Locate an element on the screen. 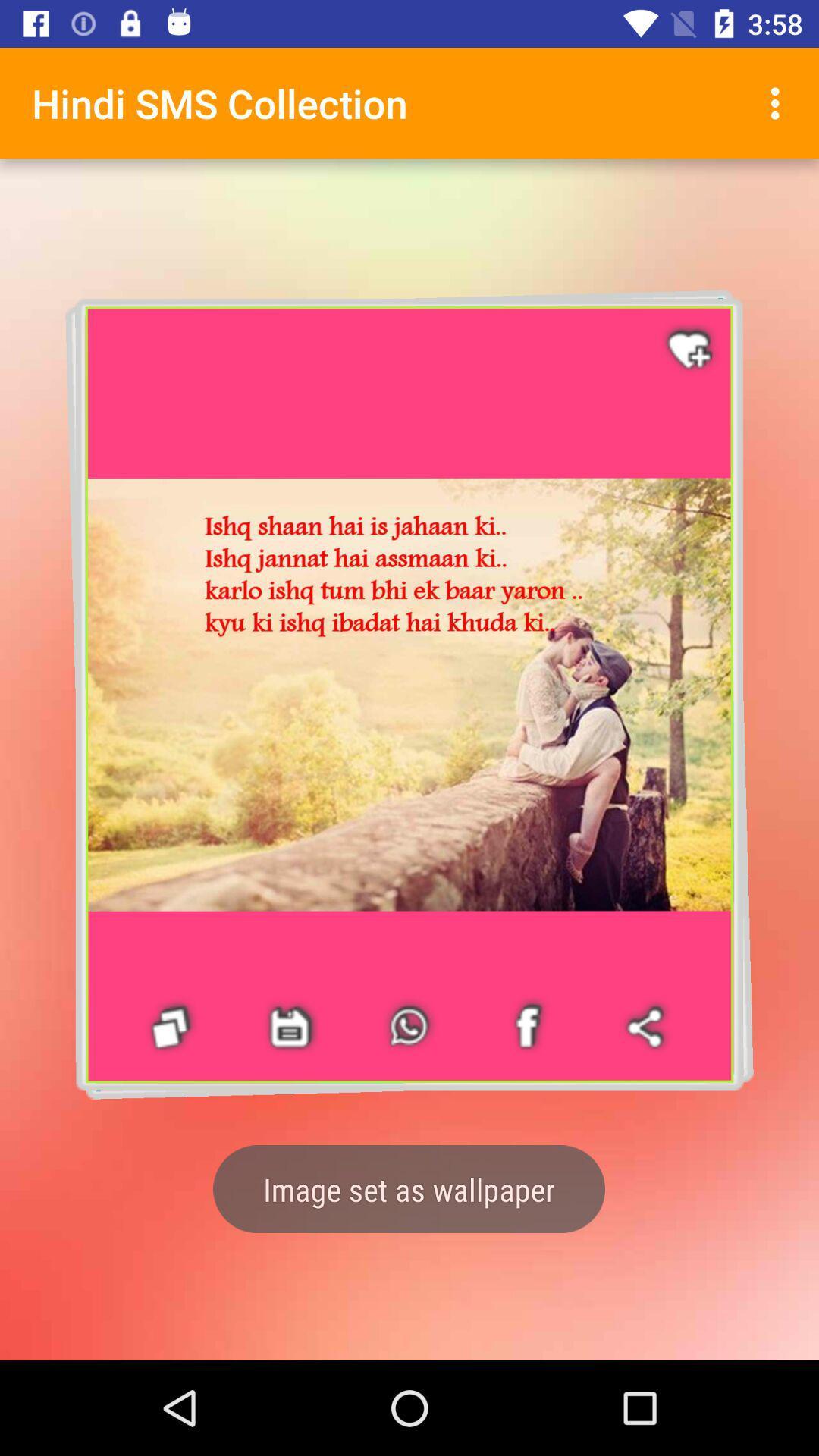 The height and width of the screenshot is (1456, 819). the time icon is located at coordinates (418, 1027).